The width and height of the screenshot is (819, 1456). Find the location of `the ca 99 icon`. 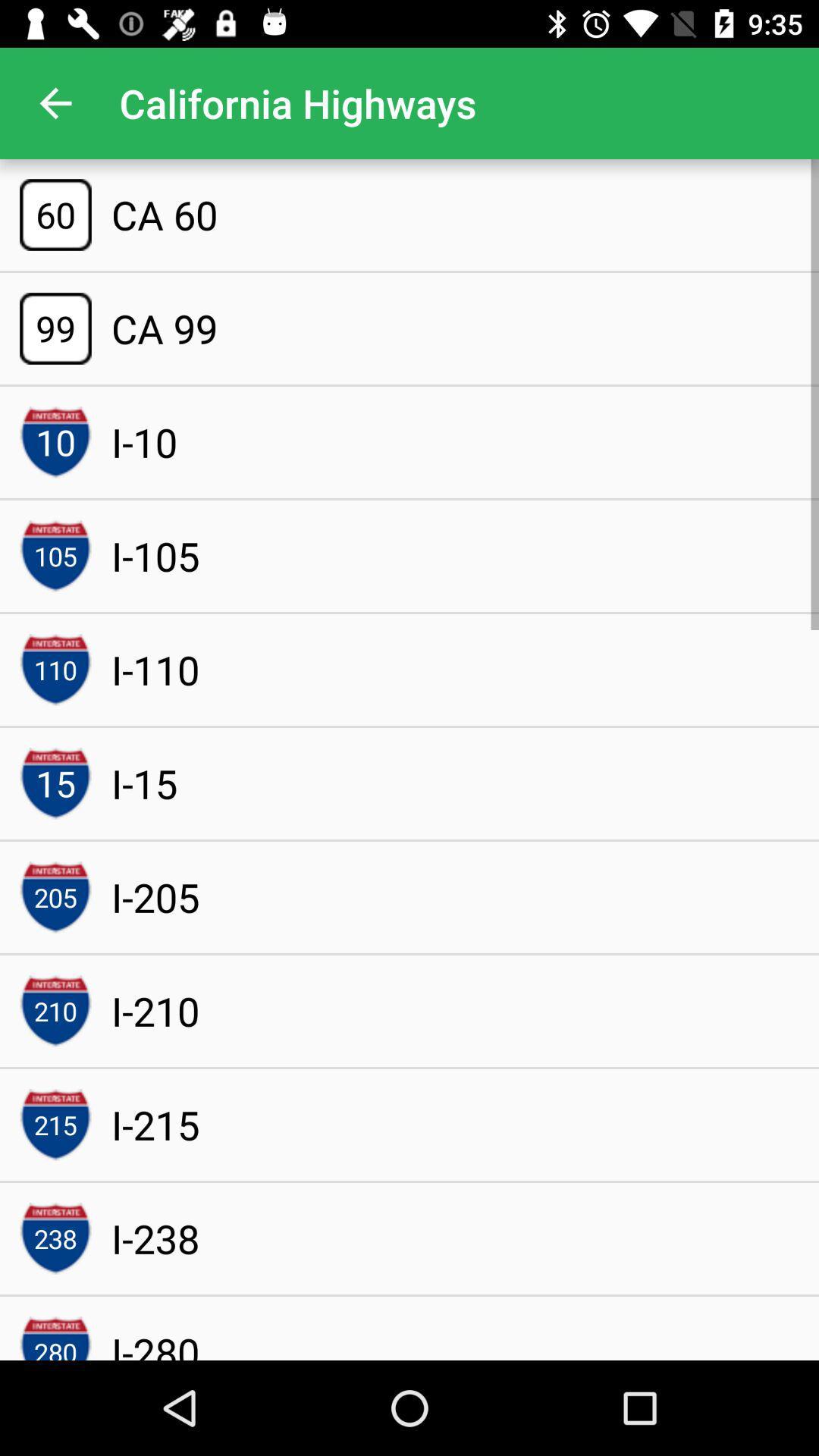

the ca 99 icon is located at coordinates (165, 328).